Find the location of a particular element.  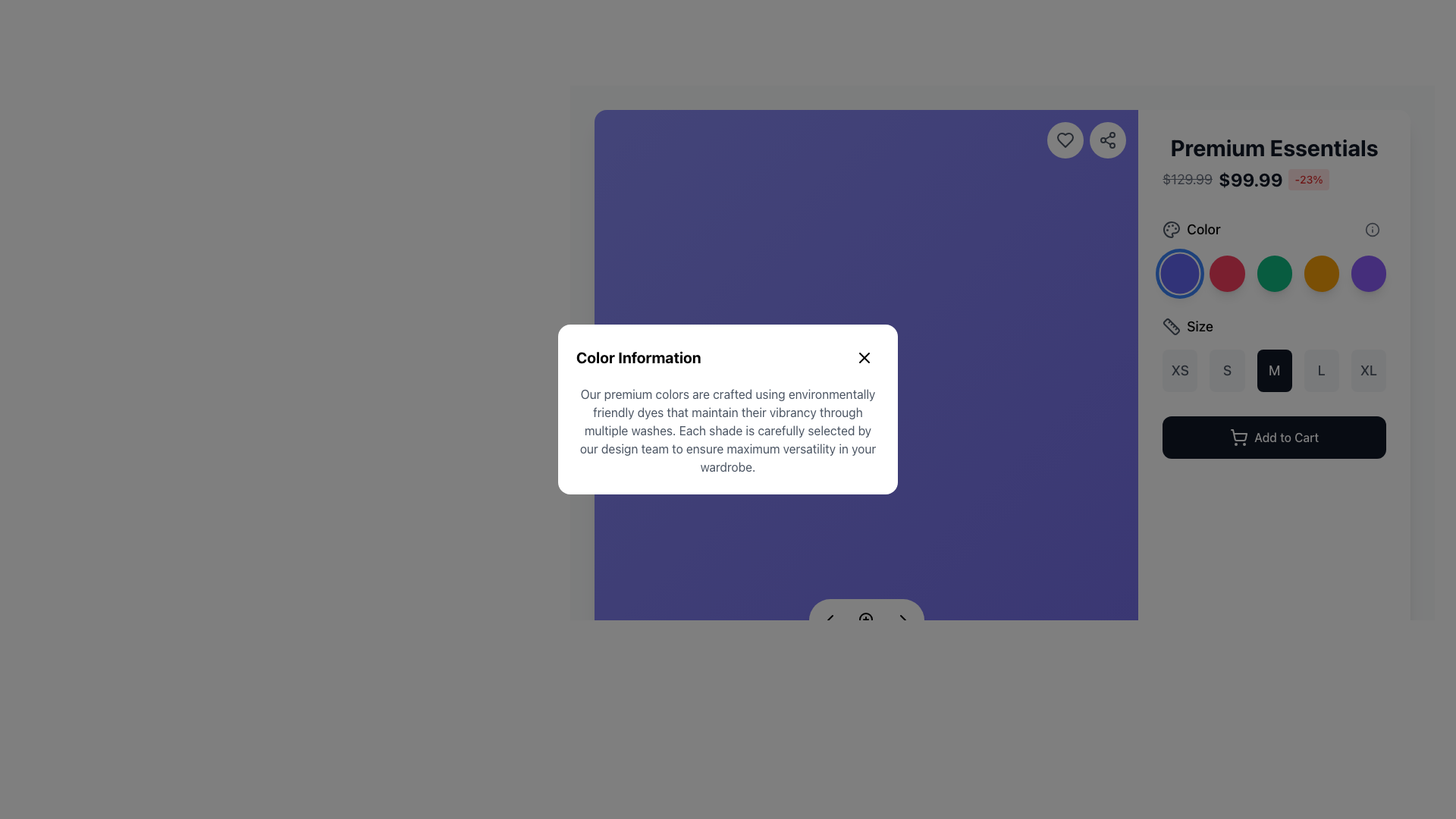

the static text display that shows critical product information, including name, pricing, and discounts, located at the top right of the product presentation area is located at coordinates (1274, 163).